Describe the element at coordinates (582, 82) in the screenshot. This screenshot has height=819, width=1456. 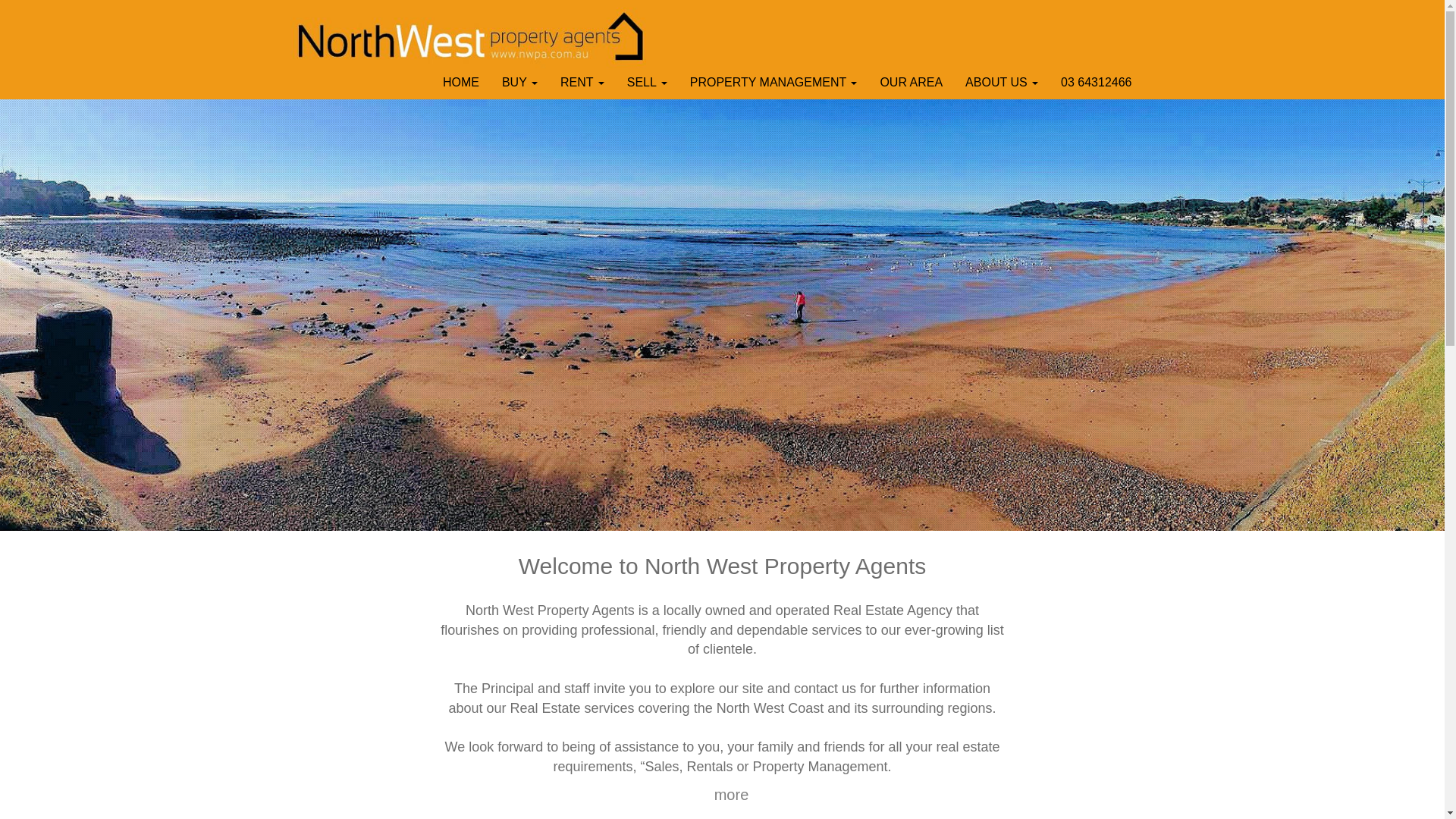
I see `'RENT'` at that location.